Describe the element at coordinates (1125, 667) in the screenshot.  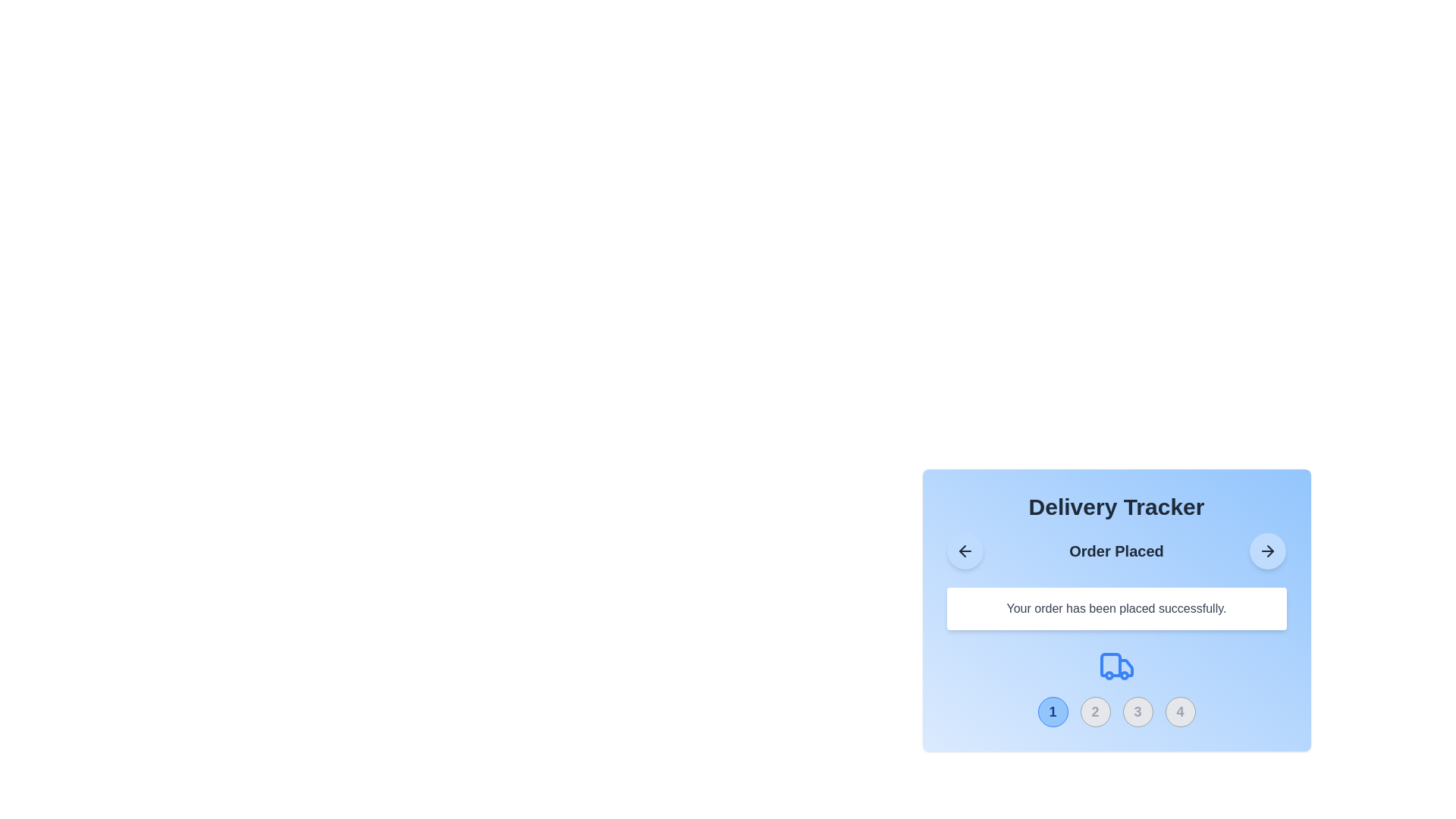
I see `the decorative vector graphic located in the middle of the truck icon, situated between the first and second step indicators of the delivery tracker` at that location.